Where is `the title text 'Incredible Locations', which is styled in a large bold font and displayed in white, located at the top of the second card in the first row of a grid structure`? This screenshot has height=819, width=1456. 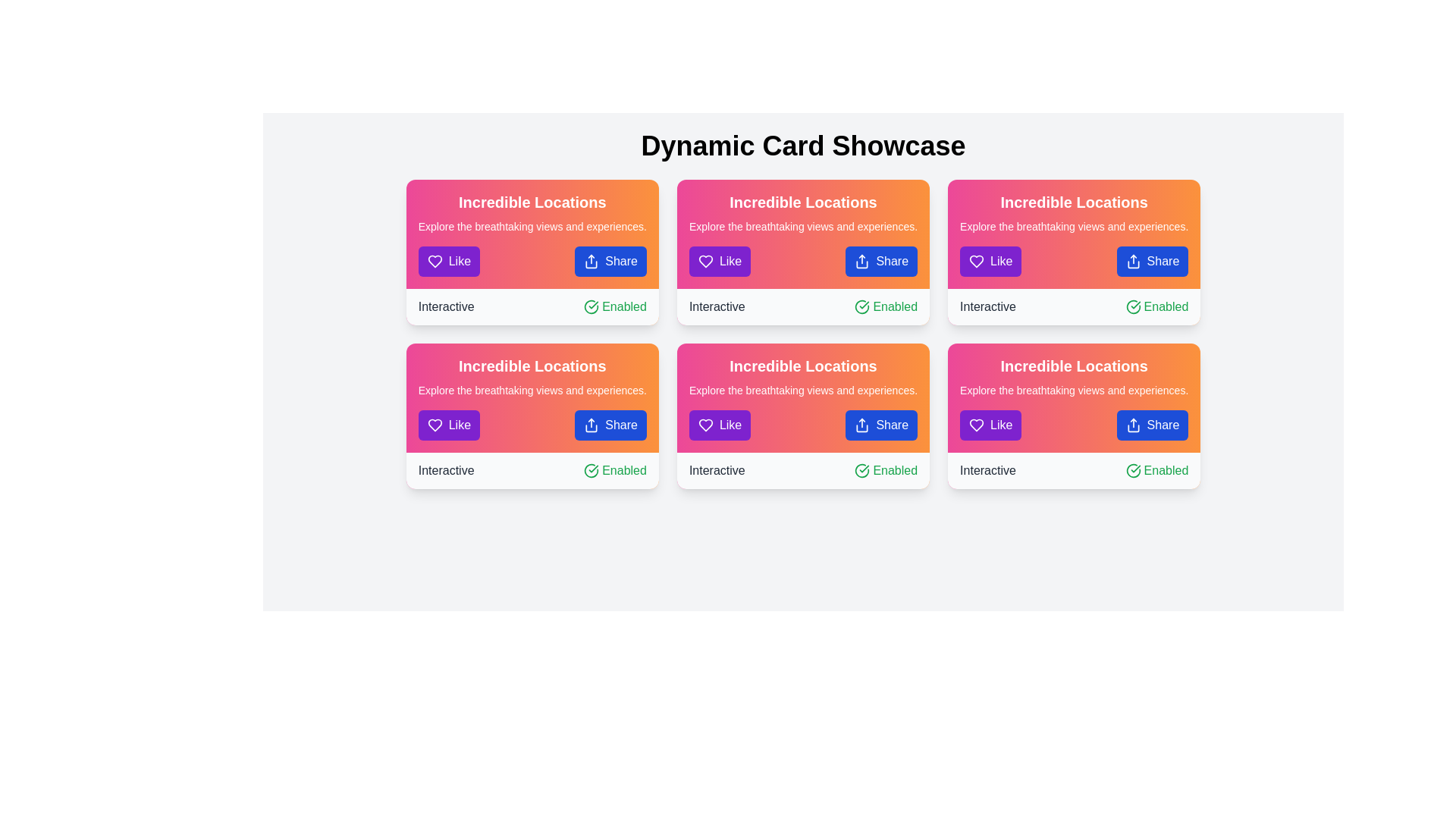
the title text 'Incredible Locations', which is styled in a large bold font and displayed in white, located at the top of the second card in the first row of a grid structure is located at coordinates (1073, 366).